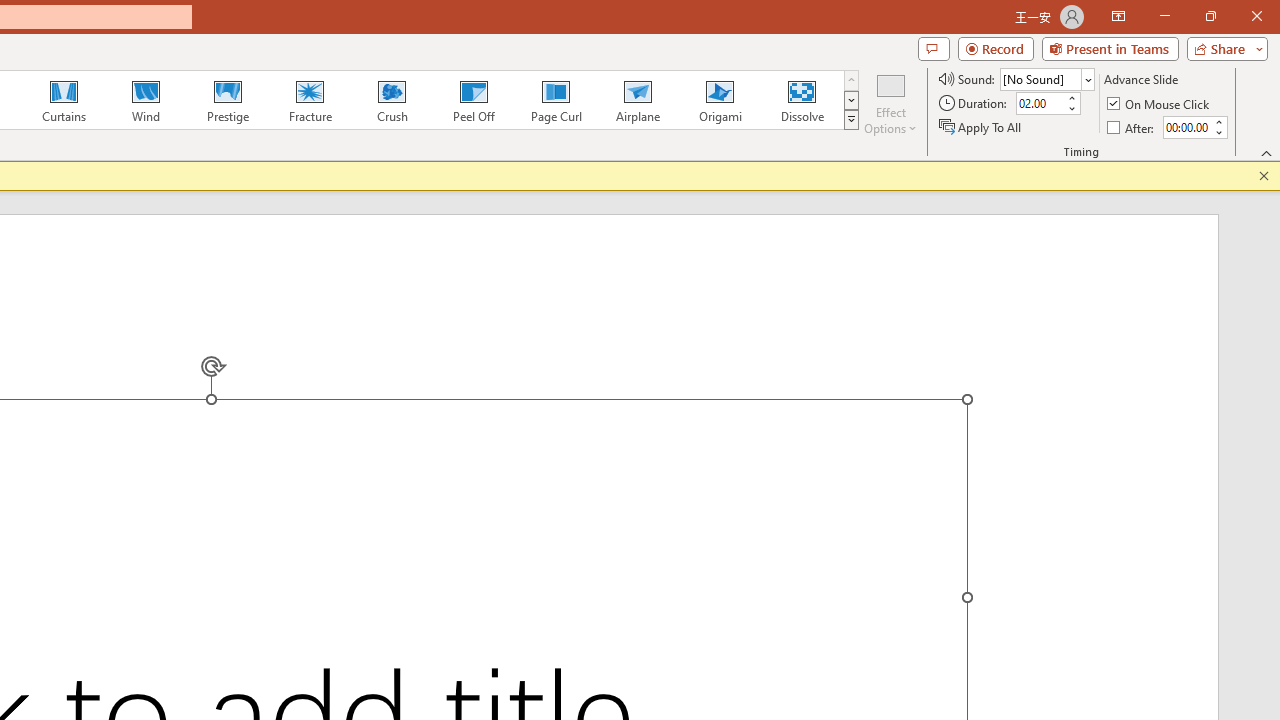 The image size is (1280, 720). Describe the element at coordinates (802, 100) in the screenshot. I see `'Dissolve'` at that location.